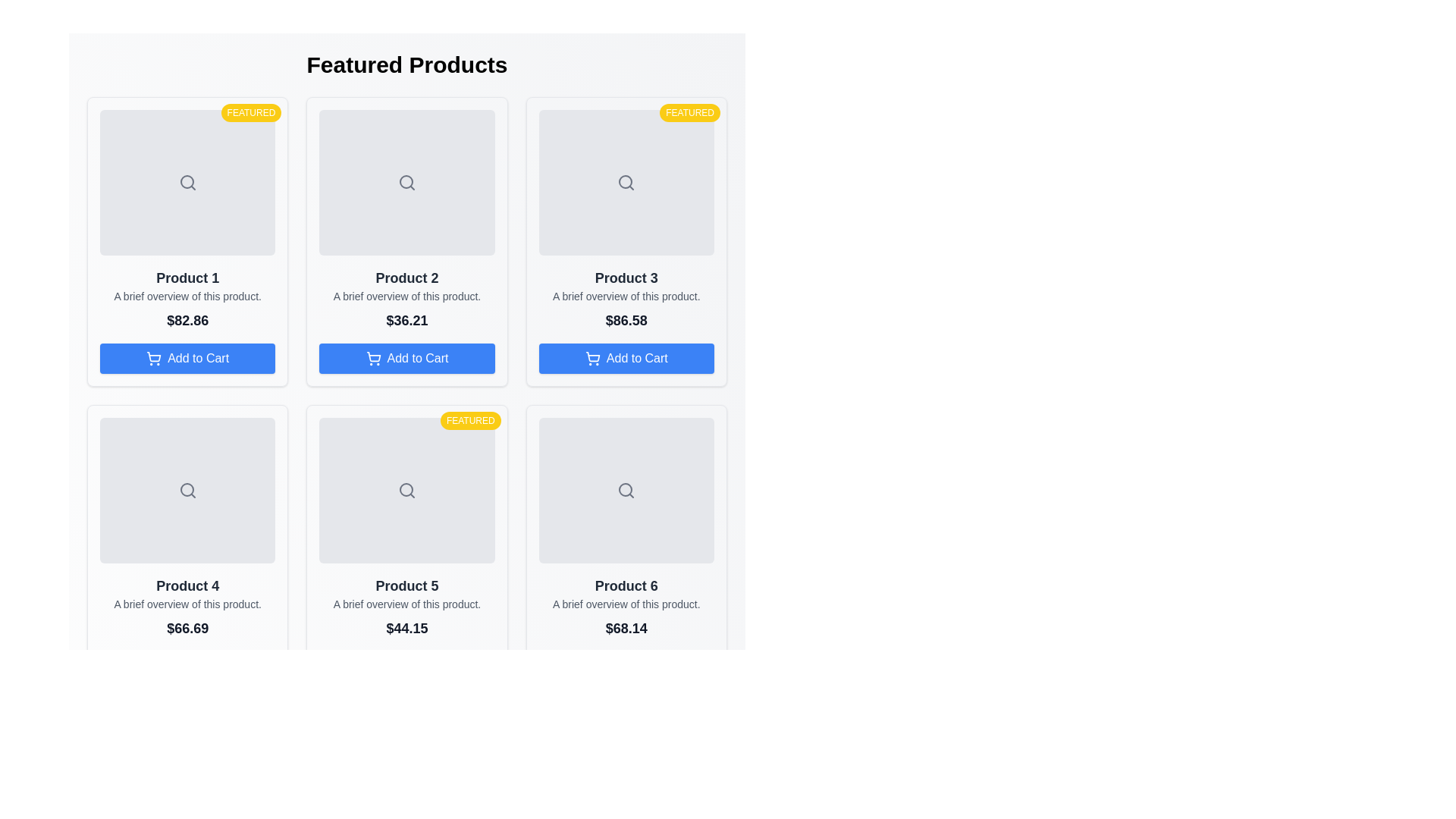 Image resolution: width=1456 pixels, height=819 pixels. I want to click on the magnifying glass icon located in the central gray placeholder of the 'Product 2' card, which is the second card in the top row of the product grid, so click(407, 181).